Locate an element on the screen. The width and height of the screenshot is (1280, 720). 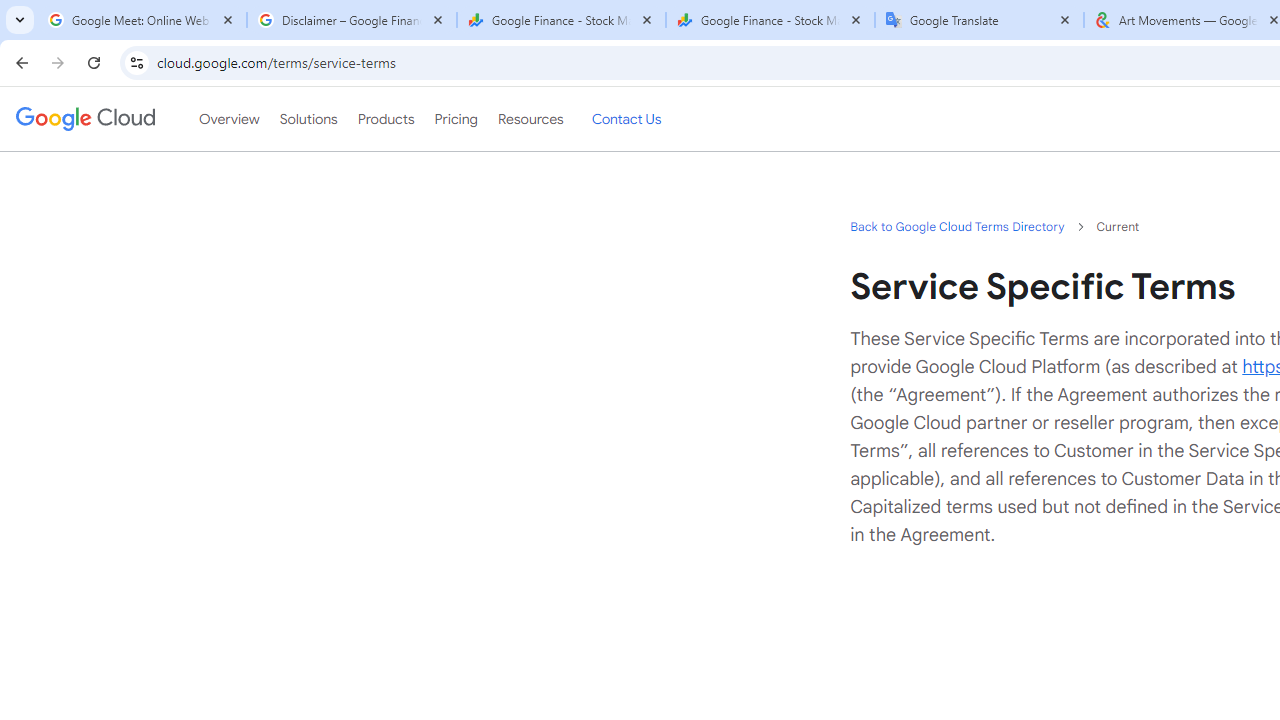
'Google Translate' is located at coordinates (979, 20).